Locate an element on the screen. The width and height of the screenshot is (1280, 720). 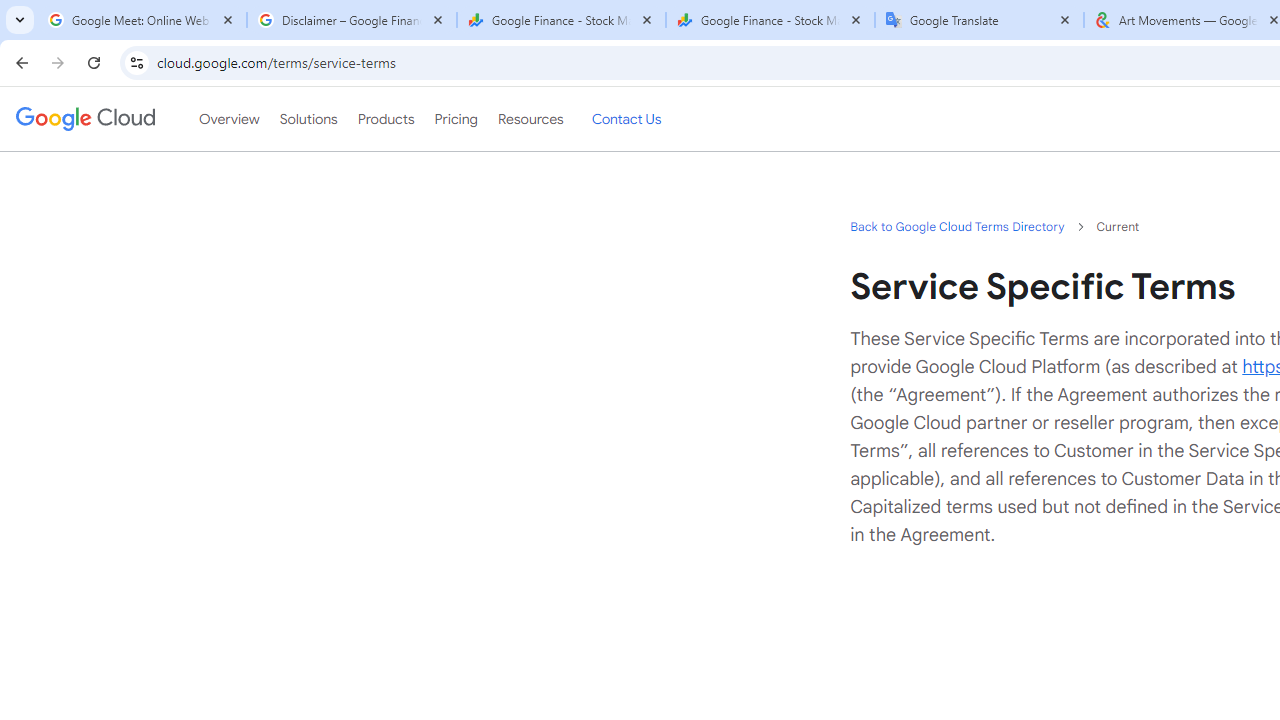
'Google Translate' is located at coordinates (979, 20).